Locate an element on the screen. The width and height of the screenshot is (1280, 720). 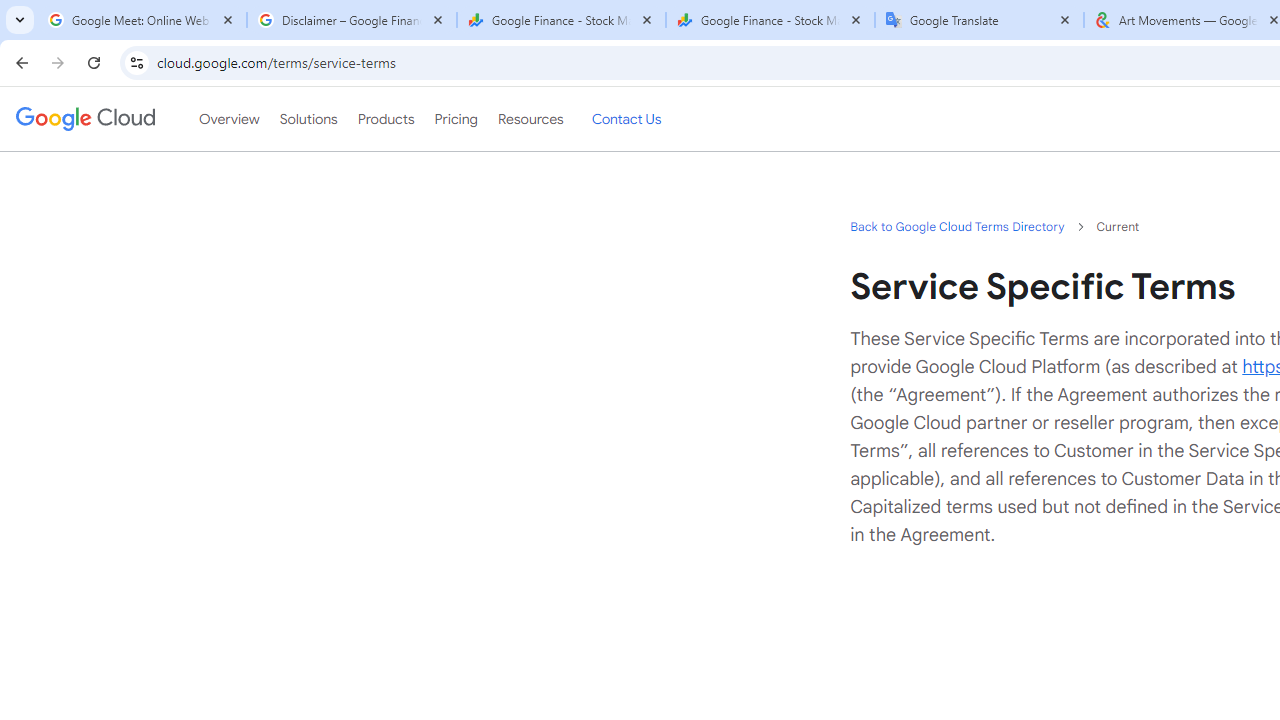
'Google Translate' is located at coordinates (979, 20).